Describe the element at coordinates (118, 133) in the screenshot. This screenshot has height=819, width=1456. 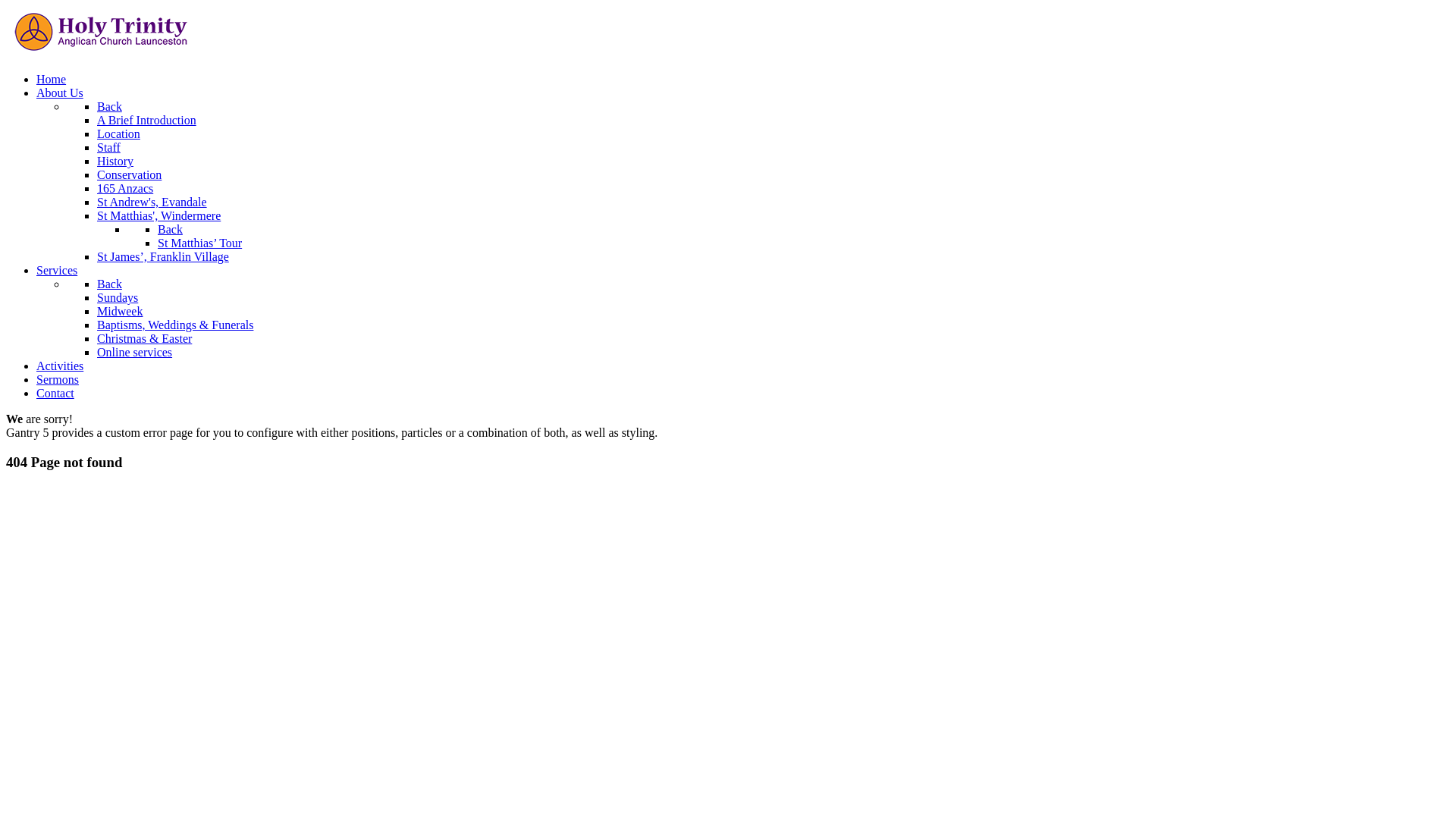
I see `'Location'` at that location.